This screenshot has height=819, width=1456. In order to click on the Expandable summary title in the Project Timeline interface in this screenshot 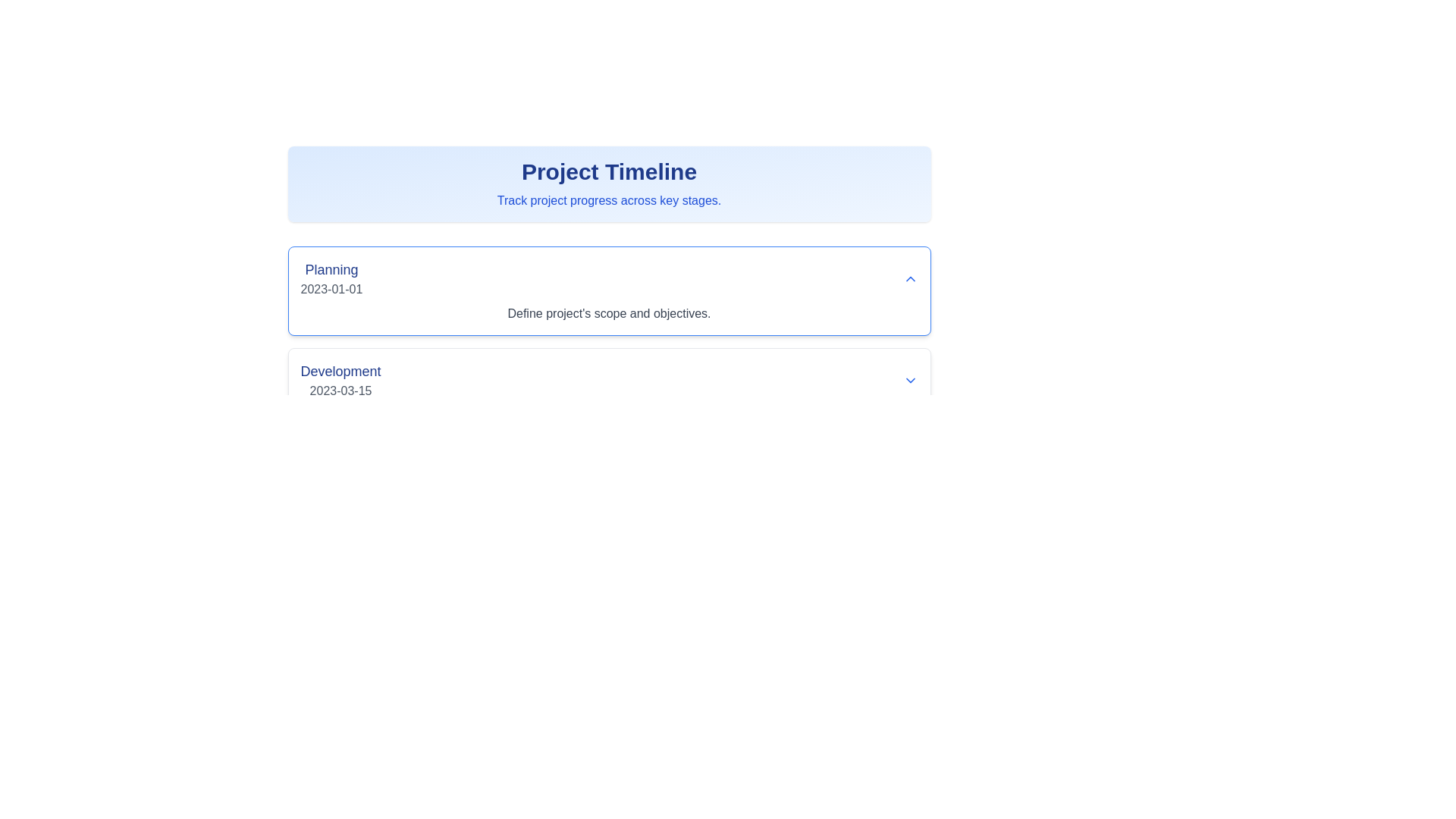, I will do `click(609, 278)`.